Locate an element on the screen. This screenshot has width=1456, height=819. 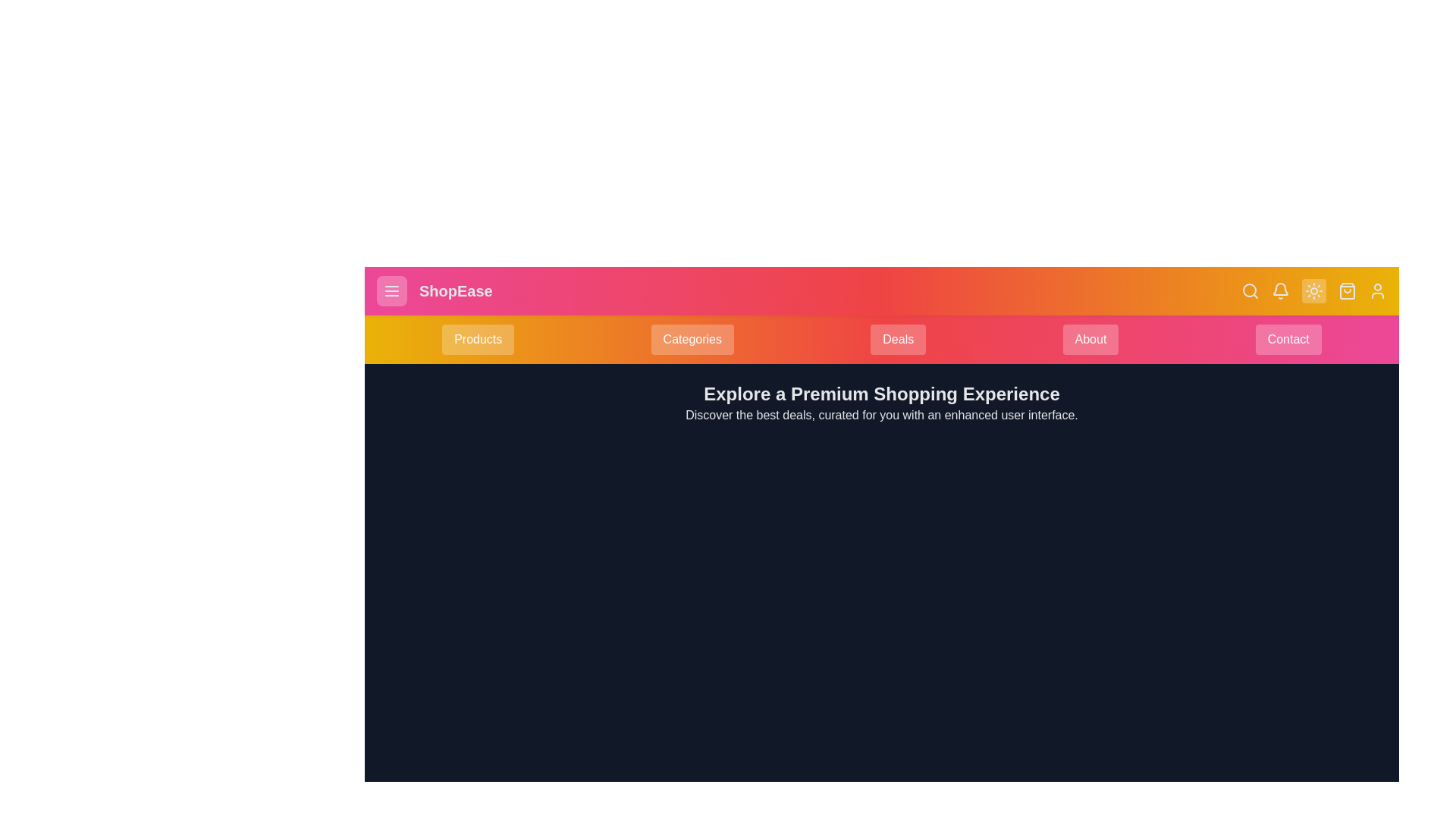
the Categories button in the navigation bar to navigate to the respective section is located at coordinates (691, 338).